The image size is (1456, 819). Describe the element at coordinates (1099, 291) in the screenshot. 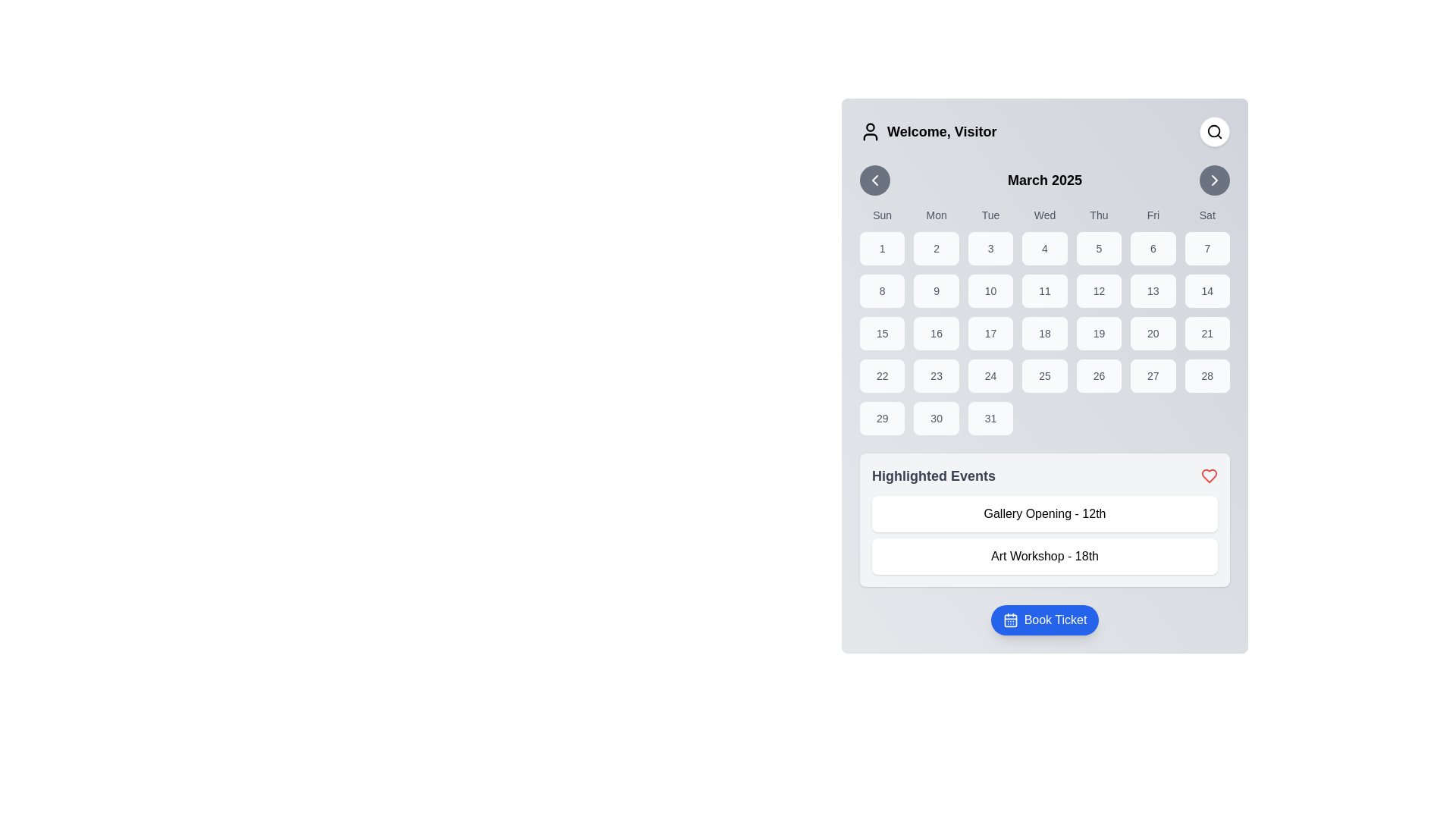

I see `the date cell representing '12' in the calendar grid for March 12, 2025` at that location.